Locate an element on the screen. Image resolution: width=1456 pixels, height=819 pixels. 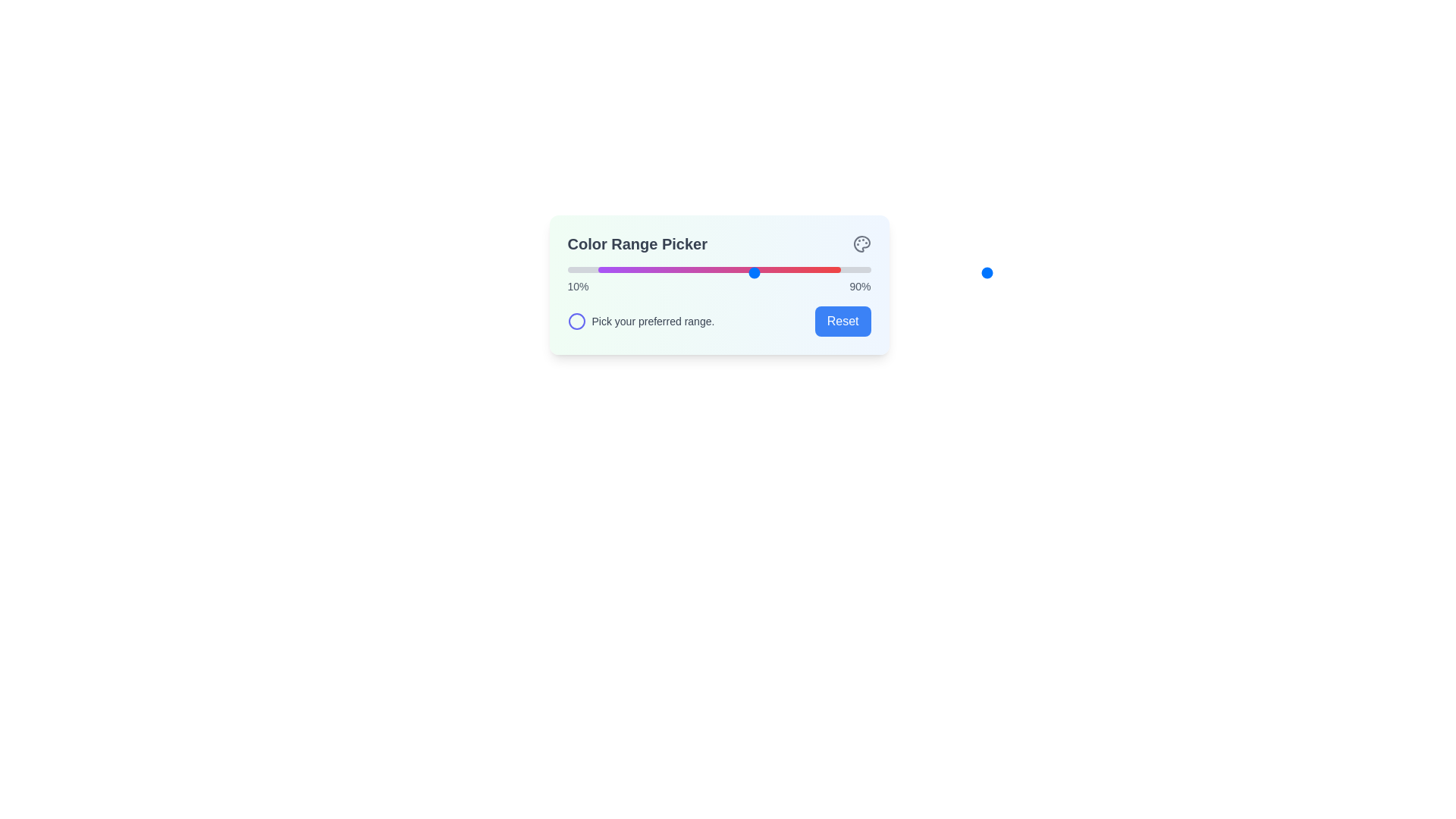
the text label with an associated decorative icon located in the middle-lower left section of the popup interface is located at coordinates (641, 321).